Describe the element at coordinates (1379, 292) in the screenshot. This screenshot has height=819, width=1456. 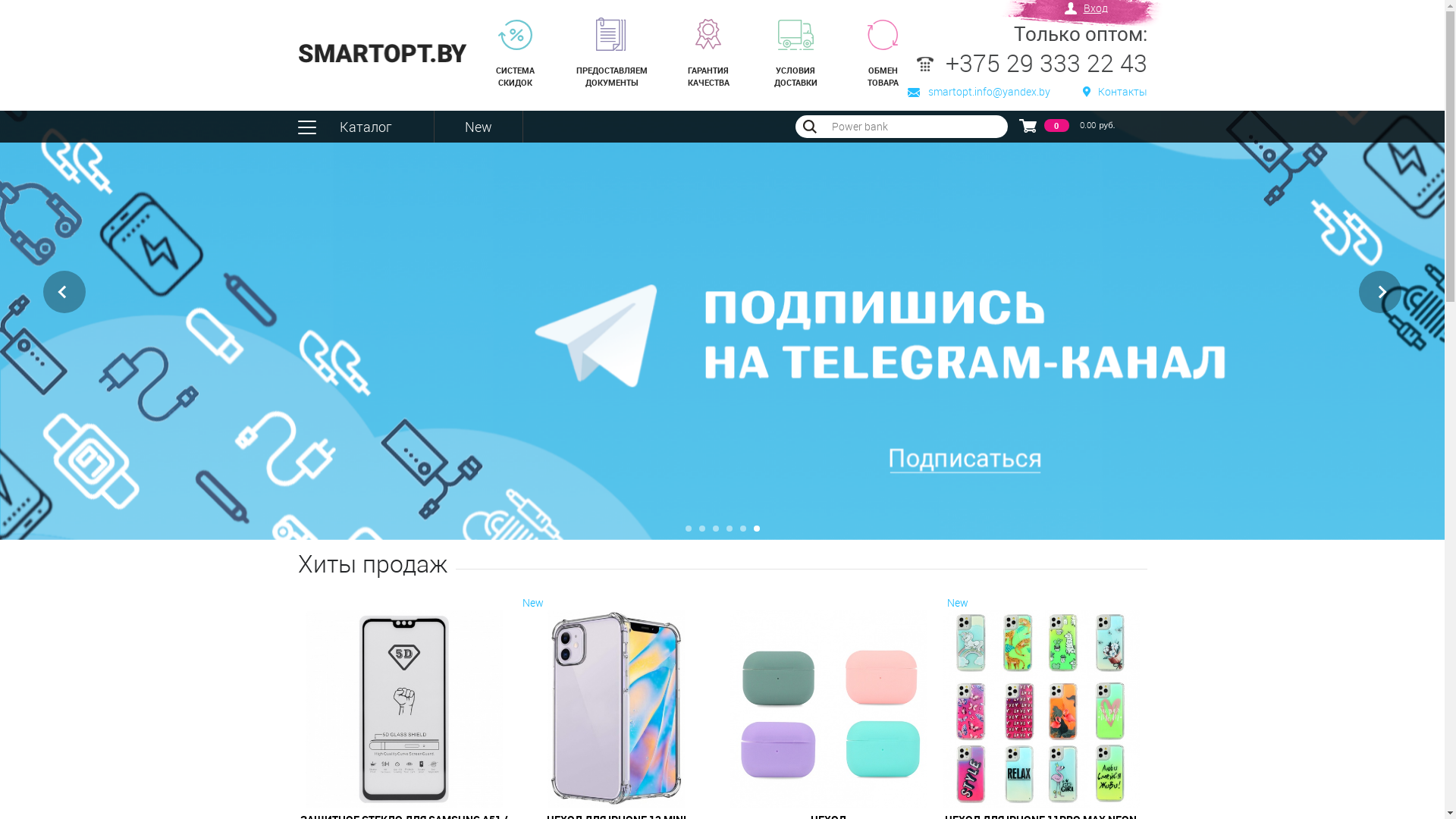
I see `'Next'` at that location.